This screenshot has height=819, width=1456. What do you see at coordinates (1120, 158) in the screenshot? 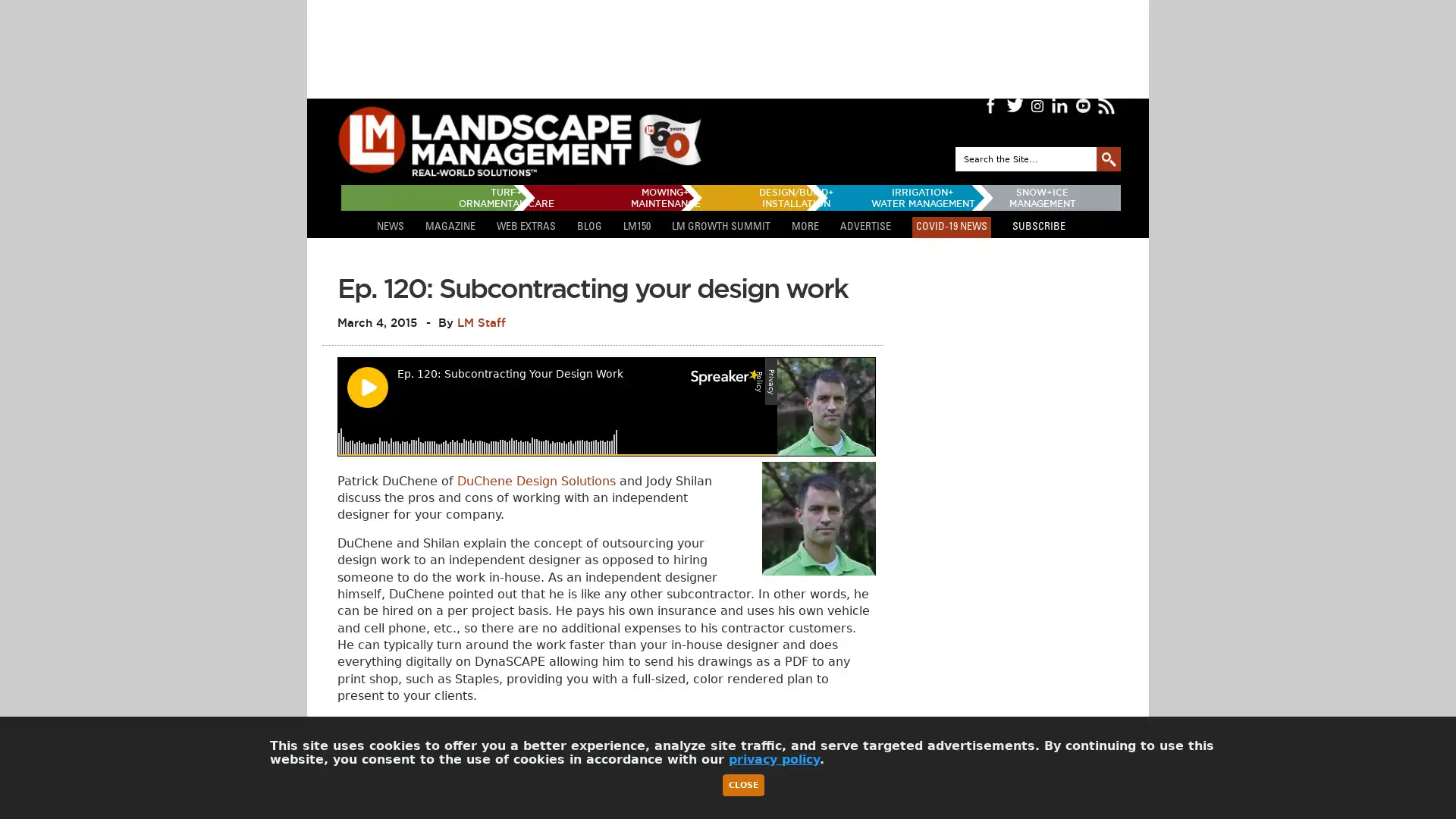
I see `GO` at bounding box center [1120, 158].